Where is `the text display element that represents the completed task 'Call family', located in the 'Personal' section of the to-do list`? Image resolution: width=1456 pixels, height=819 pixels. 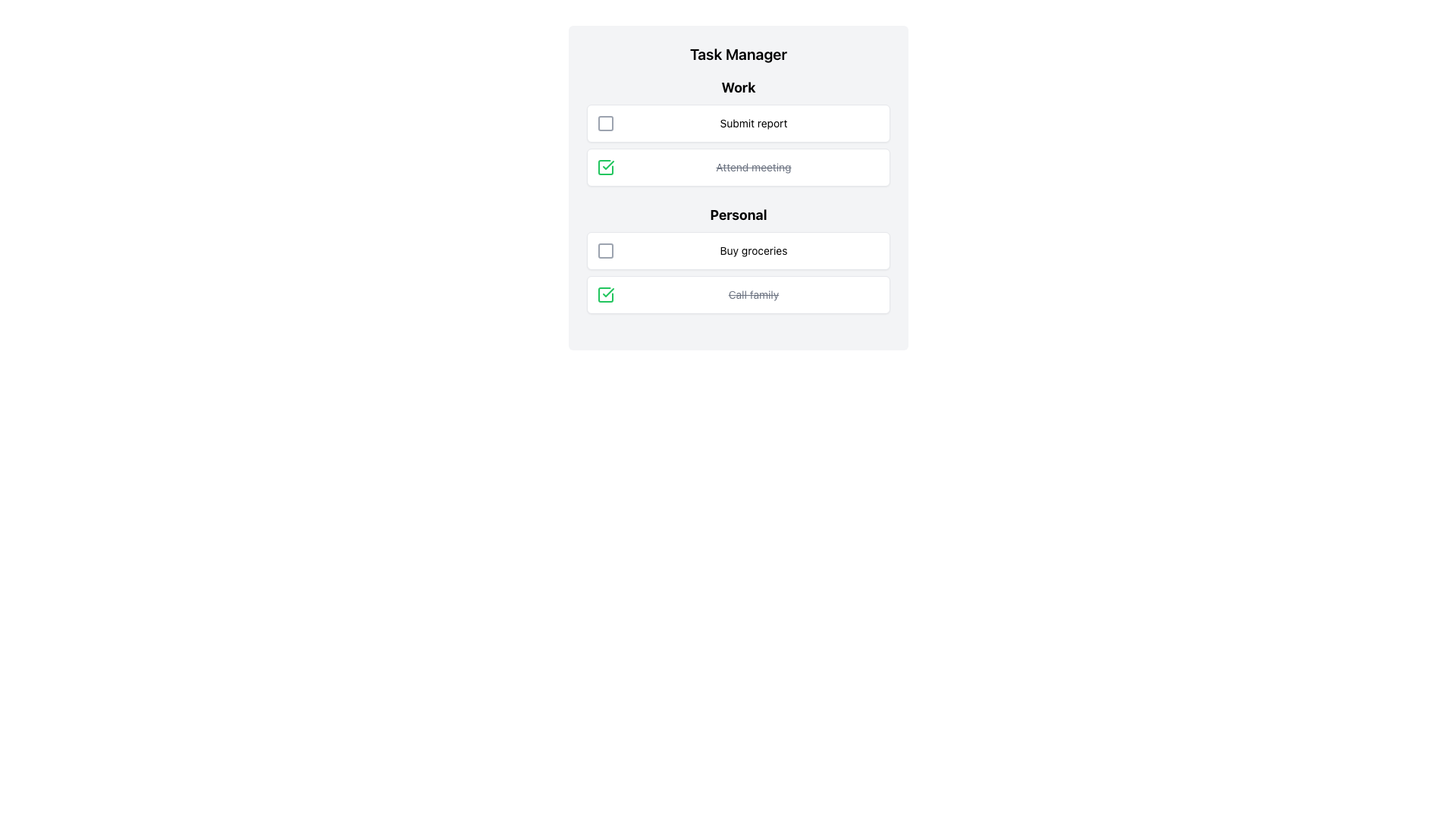 the text display element that represents the completed task 'Call family', located in the 'Personal' section of the to-do list is located at coordinates (753, 295).